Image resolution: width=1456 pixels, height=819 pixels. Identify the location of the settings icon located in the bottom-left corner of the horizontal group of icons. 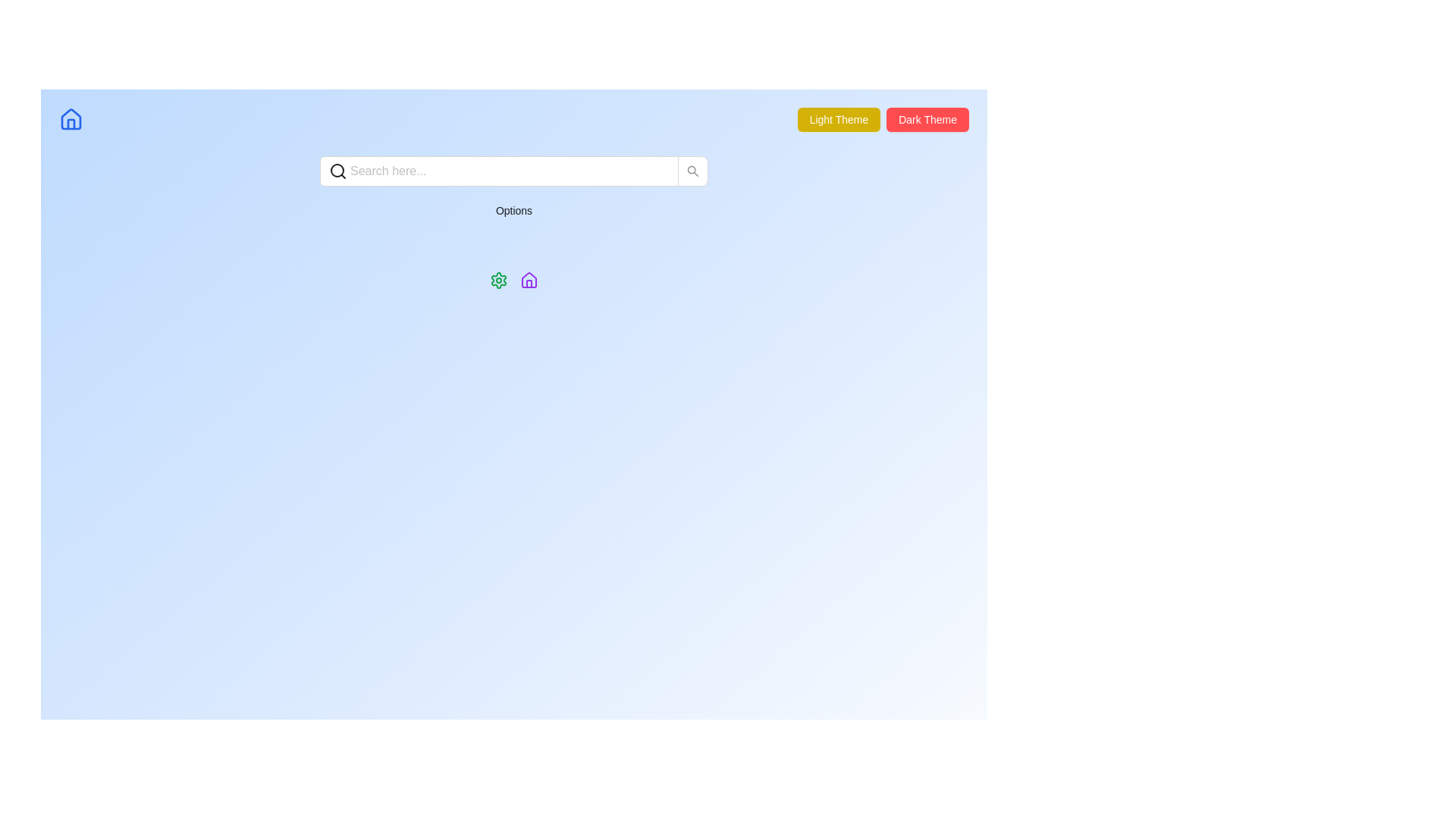
(498, 281).